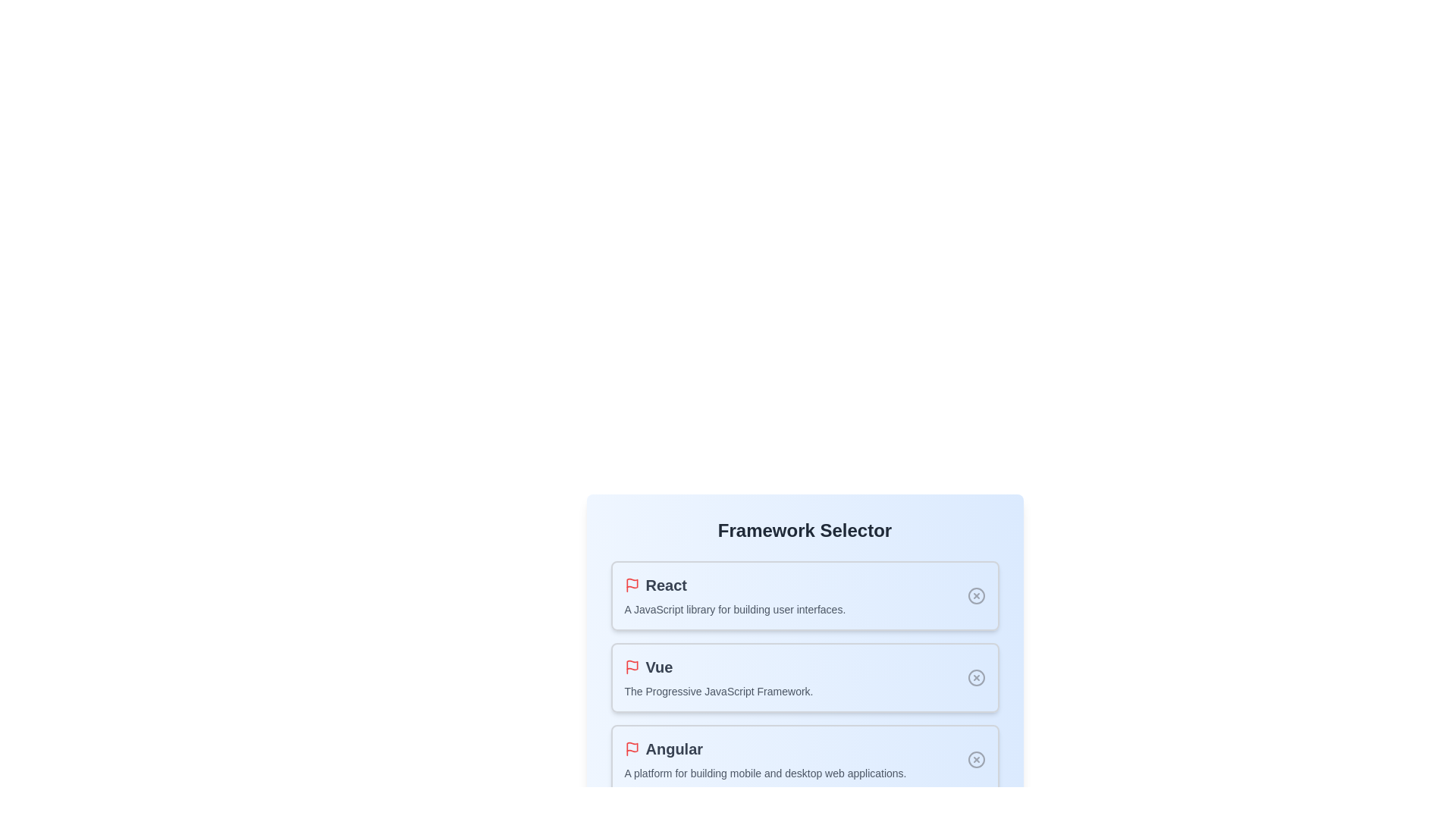 Image resolution: width=1456 pixels, height=819 pixels. I want to click on the framework Angular by clicking on its container, so click(804, 760).